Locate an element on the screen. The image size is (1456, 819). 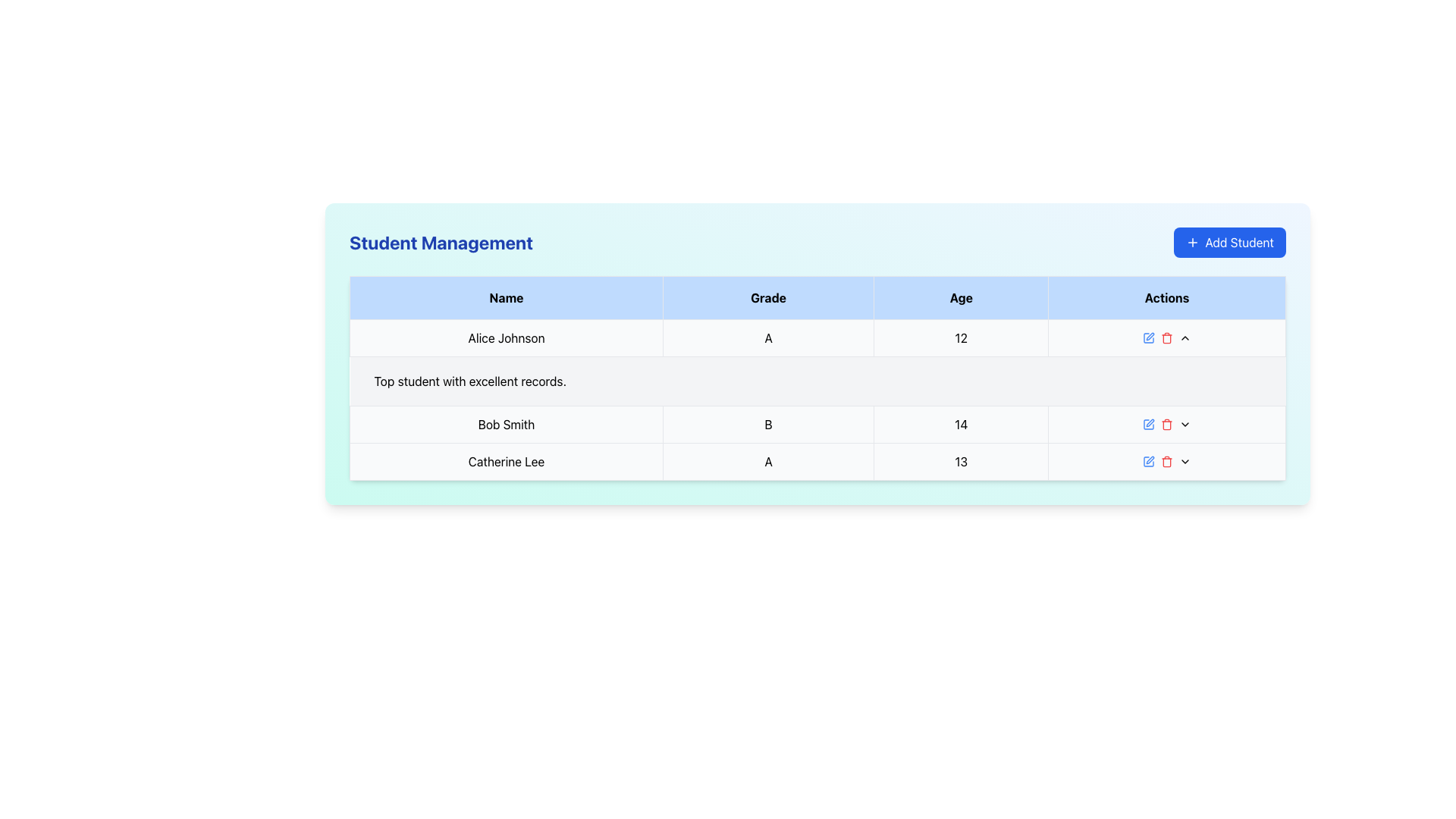
the table cell that represents the grade 'A' received by the student 'Catherine Lee' in the 'Grade' column of the last row is located at coordinates (768, 461).